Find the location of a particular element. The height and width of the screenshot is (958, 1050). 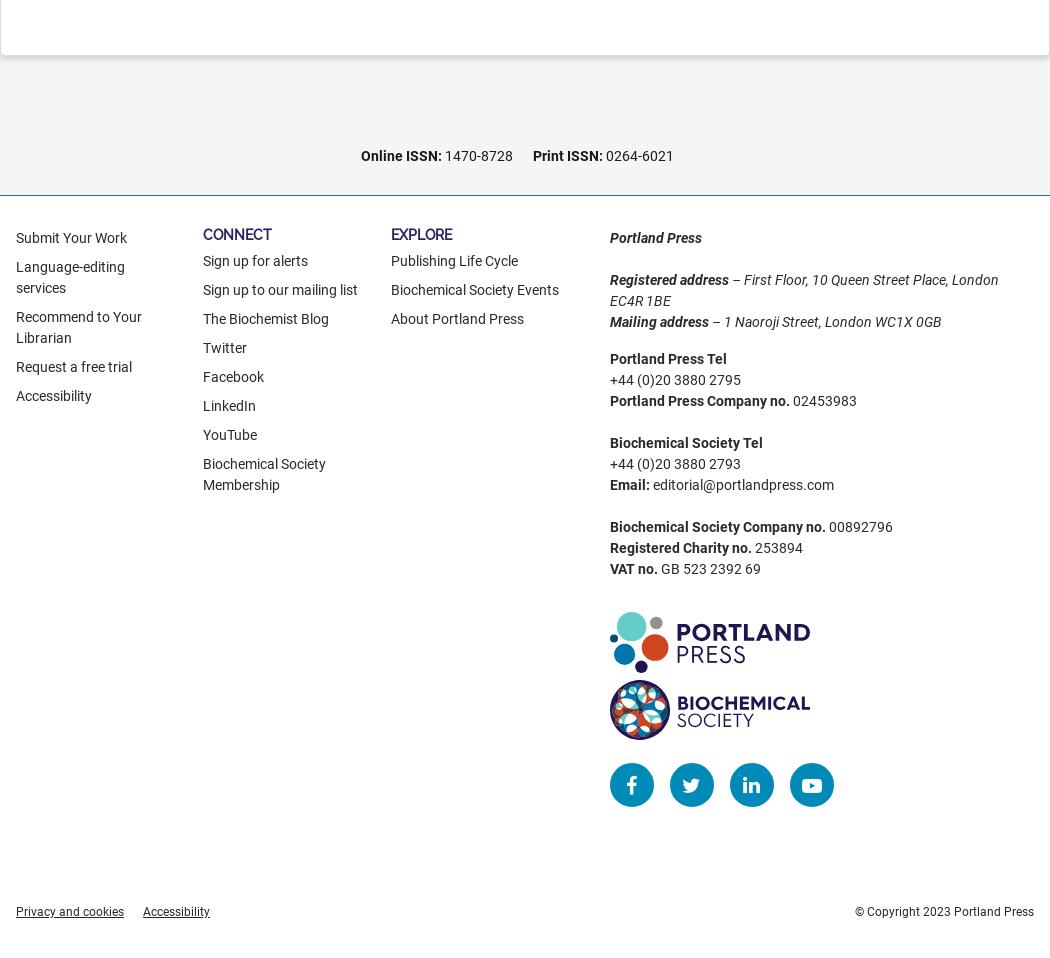

'Biochemical Society Tel' is located at coordinates (685, 442).